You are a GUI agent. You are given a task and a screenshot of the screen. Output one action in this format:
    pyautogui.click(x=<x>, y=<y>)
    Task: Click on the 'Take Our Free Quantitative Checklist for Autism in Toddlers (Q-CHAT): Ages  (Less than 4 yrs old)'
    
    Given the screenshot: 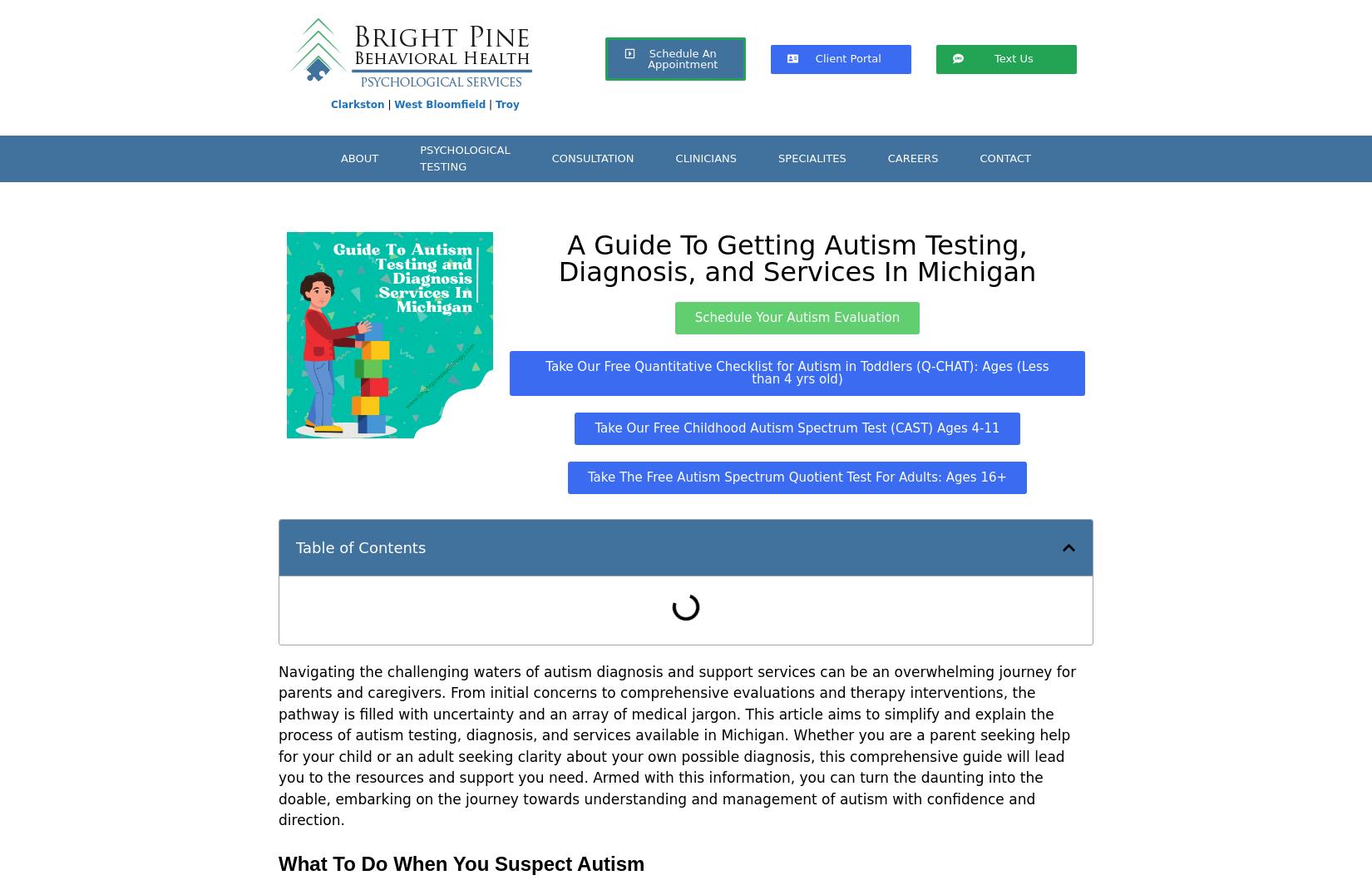 What is the action you would take?
    pyautogui.click(x=797, y=373)
    